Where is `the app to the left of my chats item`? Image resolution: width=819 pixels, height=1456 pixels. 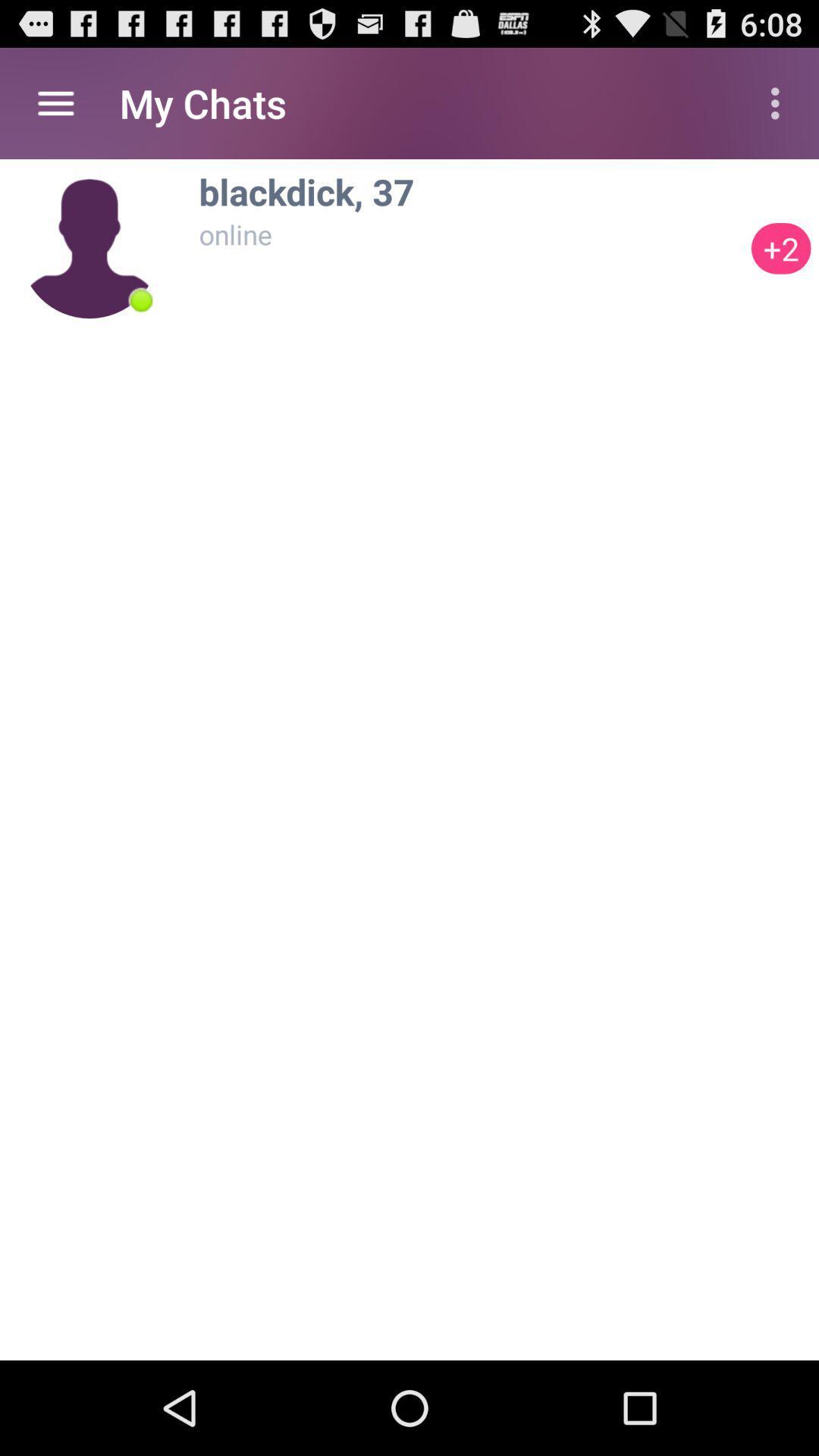
the app to the left of my chats item is located at coordinates (55, 102).